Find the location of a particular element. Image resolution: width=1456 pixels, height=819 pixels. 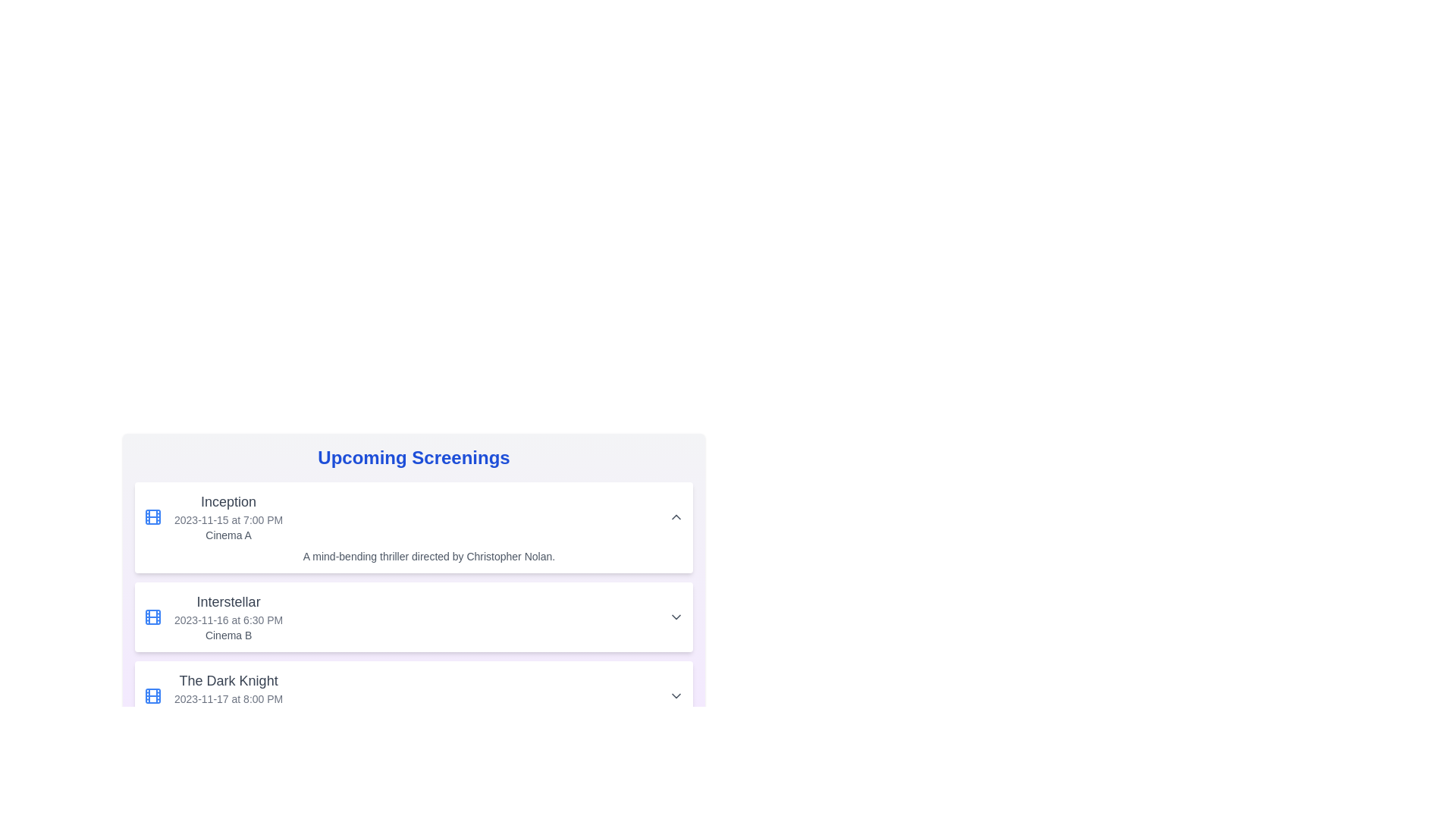

the movie screening icon located to the left of the text block containing 'Inception', '2023-11-15 at 7:00 PM', and 'Cinema A' is located at coordinates (152, 516).